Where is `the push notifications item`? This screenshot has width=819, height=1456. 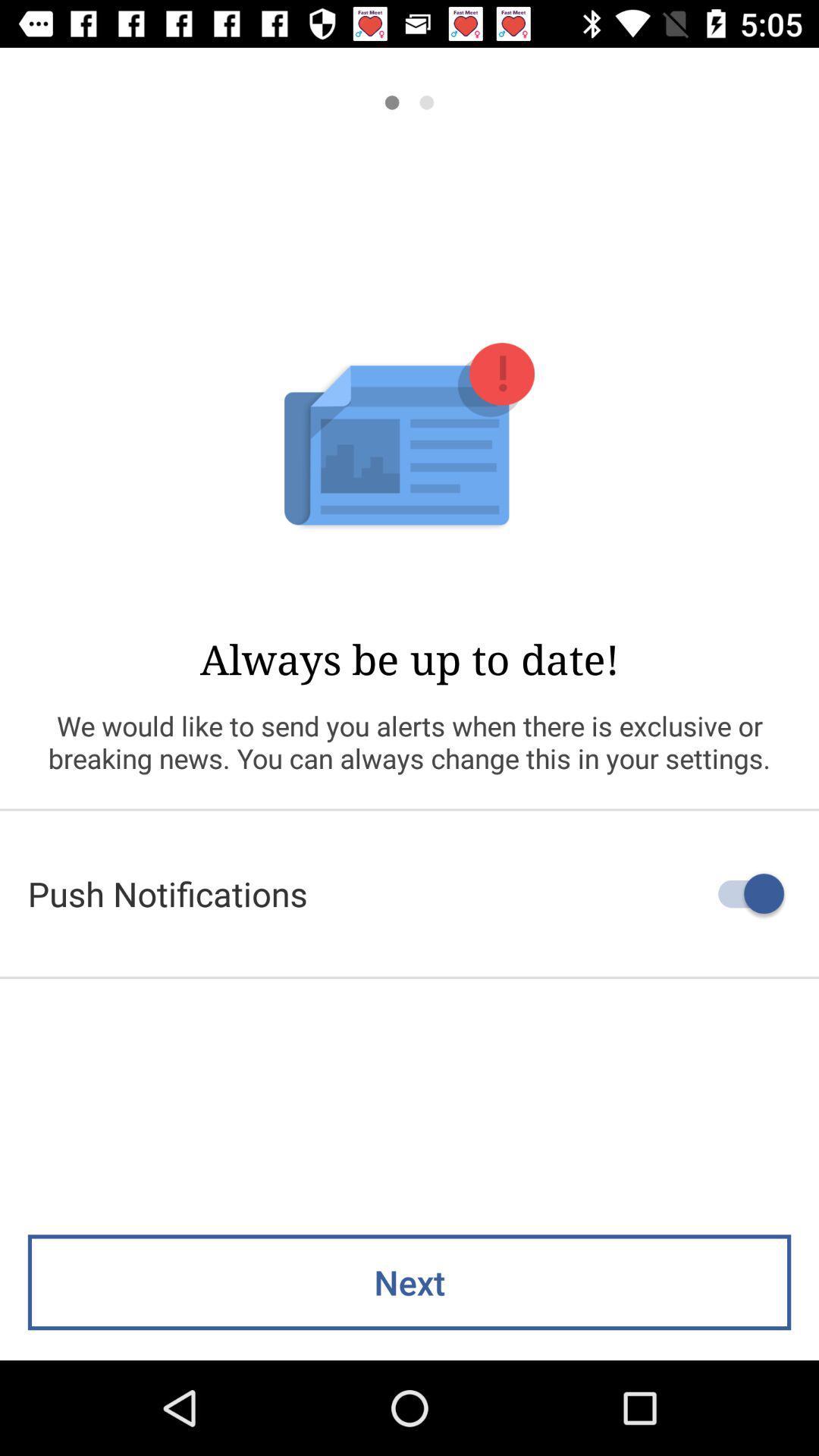
the push notifications item is located at coordinates (409, 893).